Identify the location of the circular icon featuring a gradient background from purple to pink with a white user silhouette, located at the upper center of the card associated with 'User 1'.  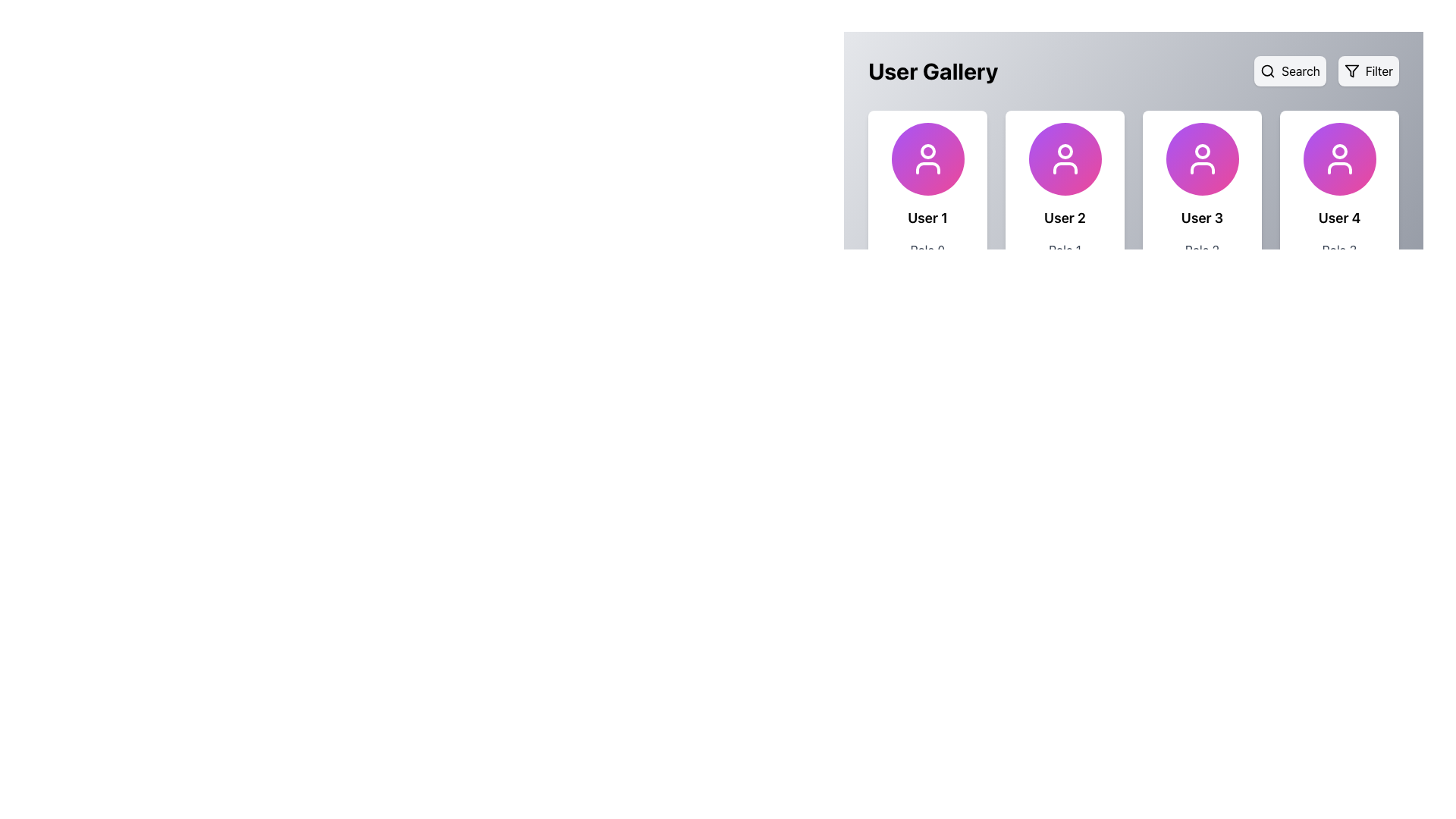
(927, 158).